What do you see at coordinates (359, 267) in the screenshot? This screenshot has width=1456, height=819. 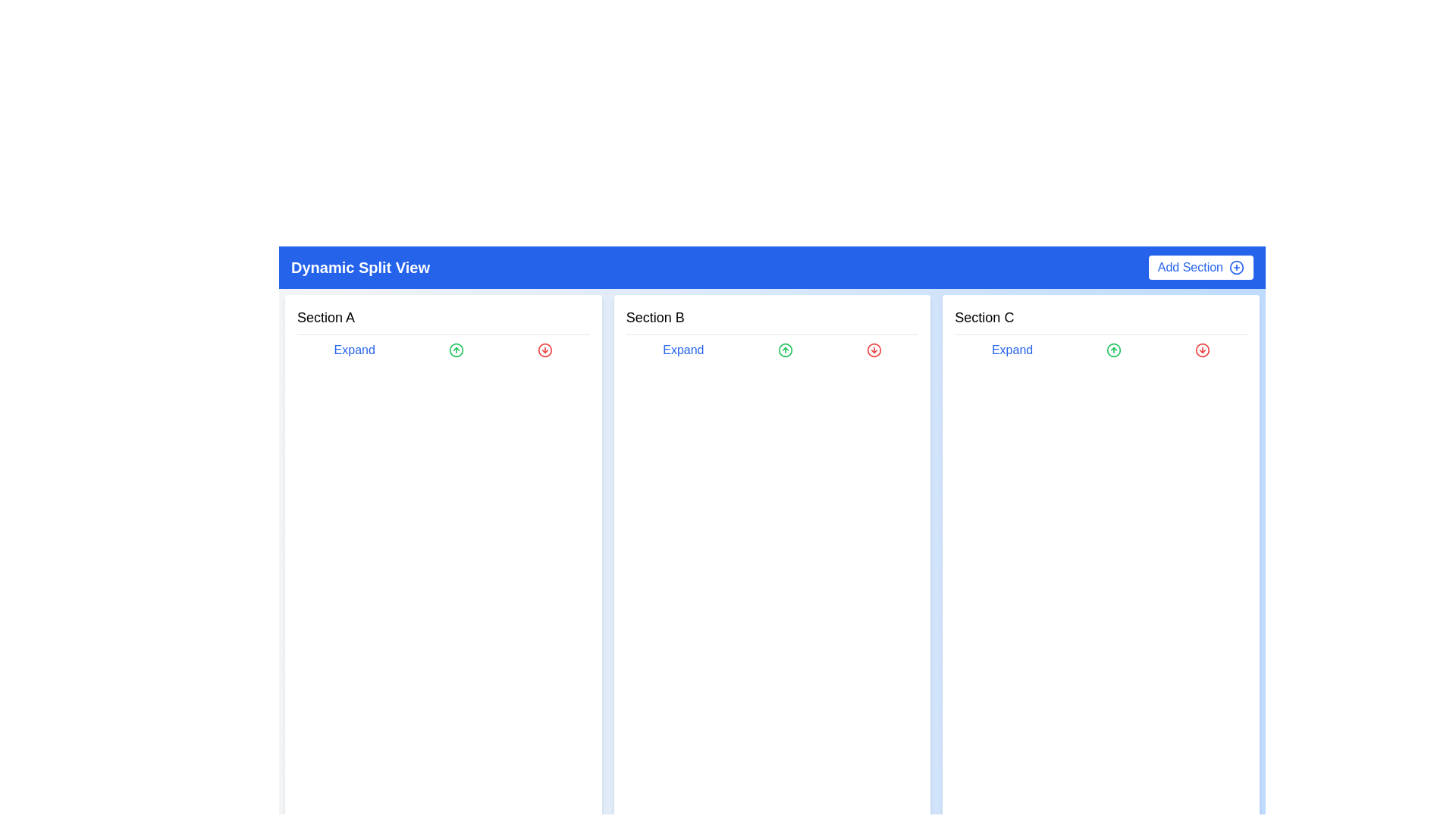 I see `the text label that reads 'Dynamic Split View', which is styled in bold and located in the blue background header at the top-left corner of the page` at bounding box center [359, 267].